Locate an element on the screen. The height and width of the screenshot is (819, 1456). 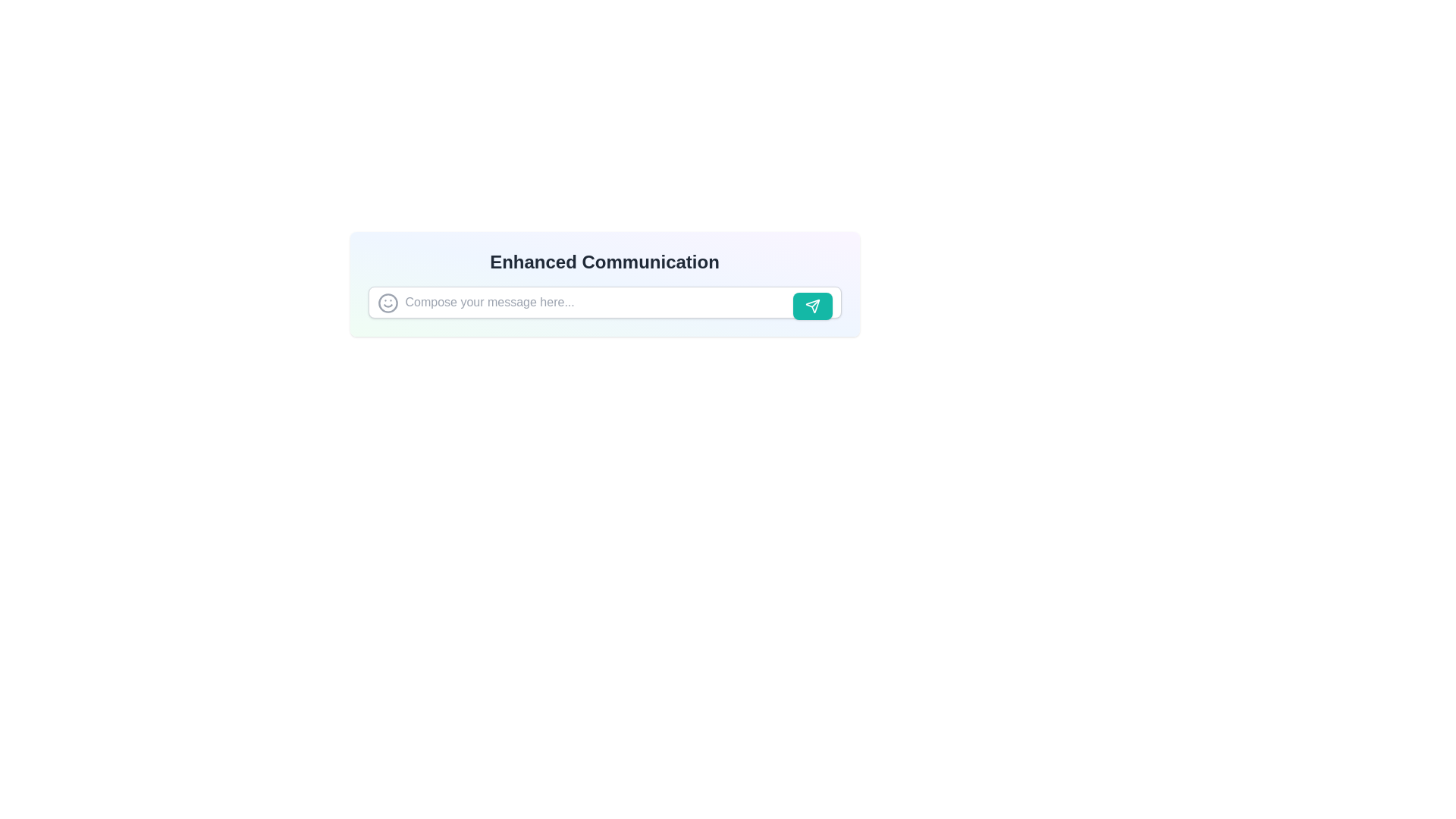
the circular outline icon that resembles a part of a smiling face icon, located before the text input field labeled 'Compose your message here...' is located at coordinates (388, 303).